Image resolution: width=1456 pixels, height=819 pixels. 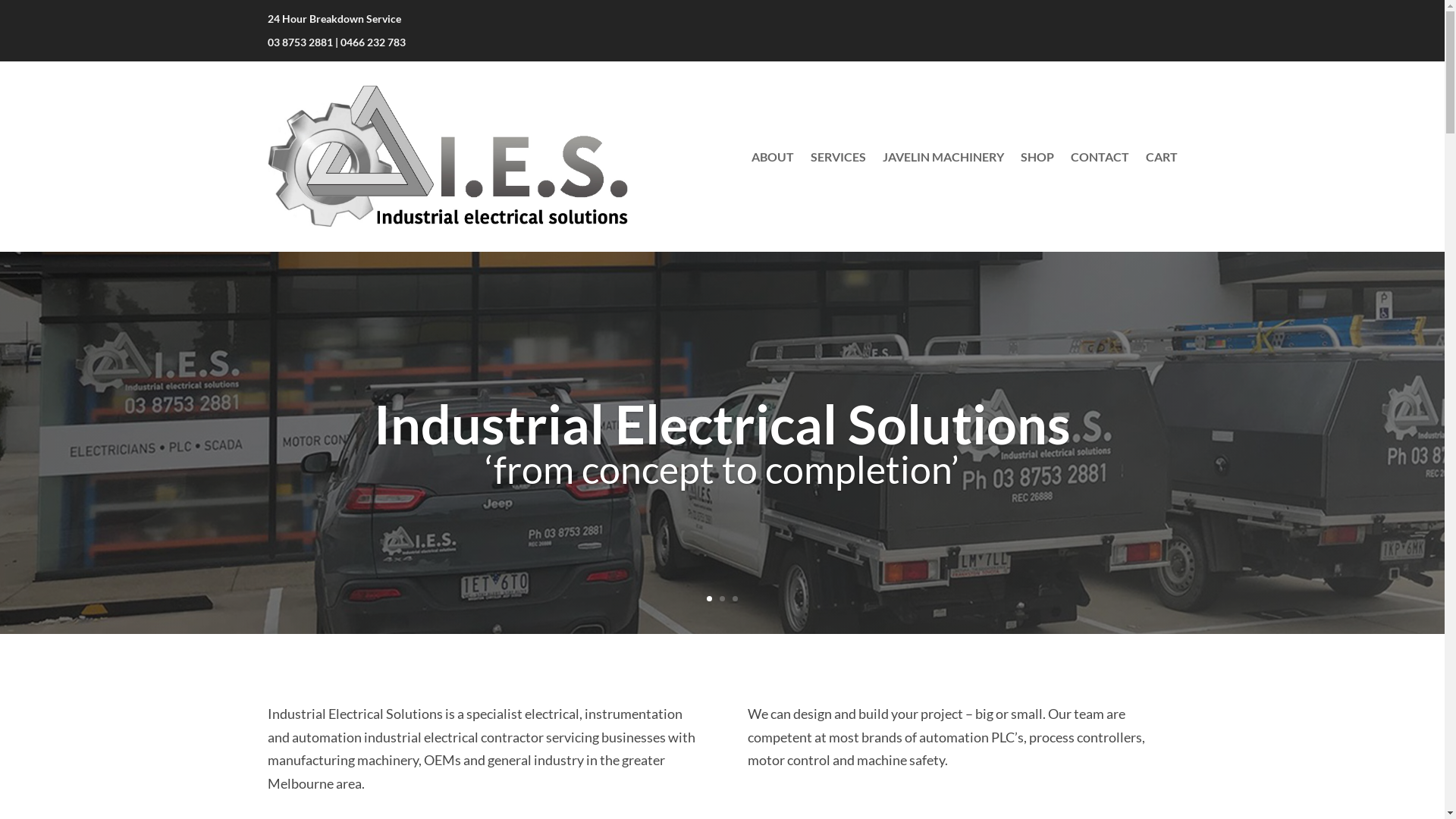 I want to click on 'CART', so click(x=1160, y=156).